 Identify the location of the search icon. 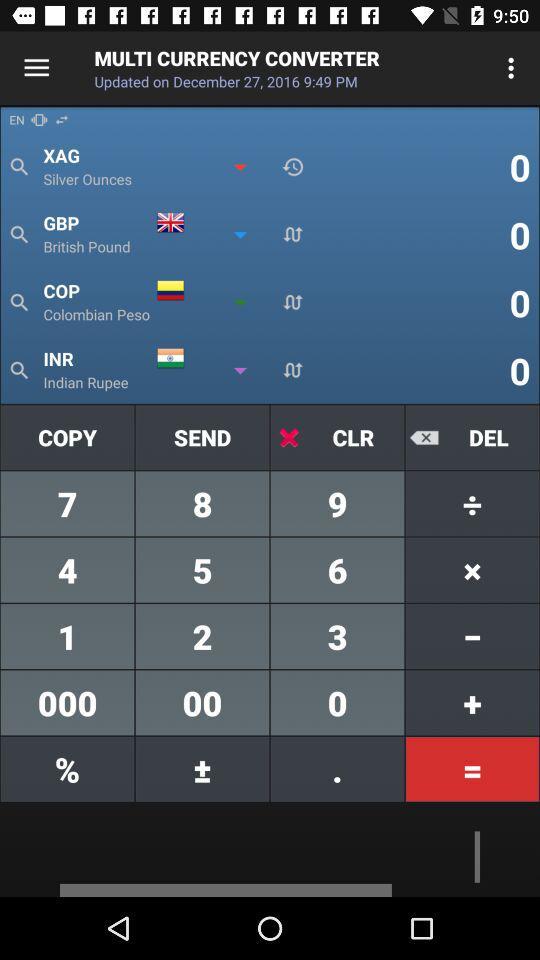
(18, 234).